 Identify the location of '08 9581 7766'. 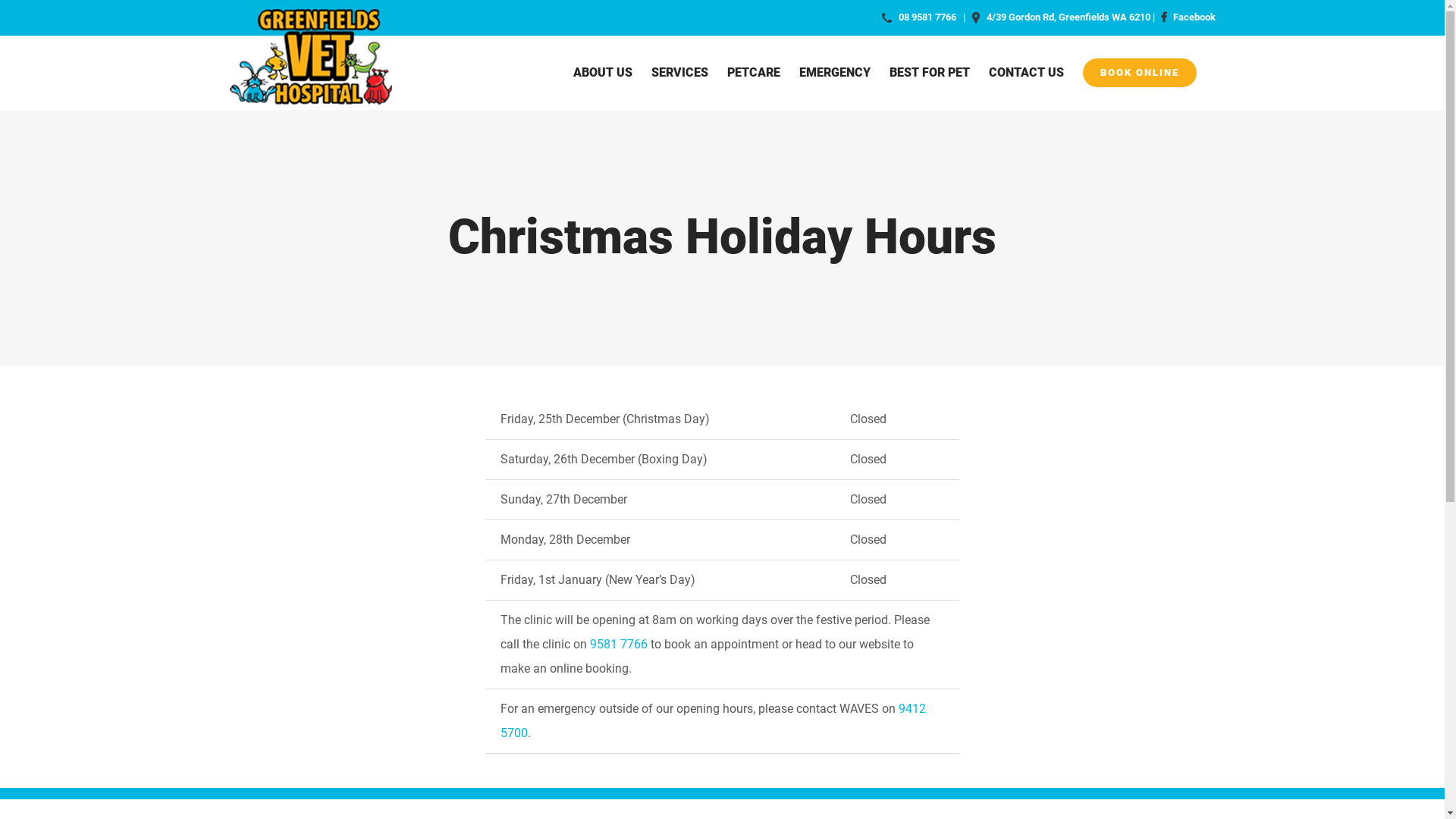
(926, 17).